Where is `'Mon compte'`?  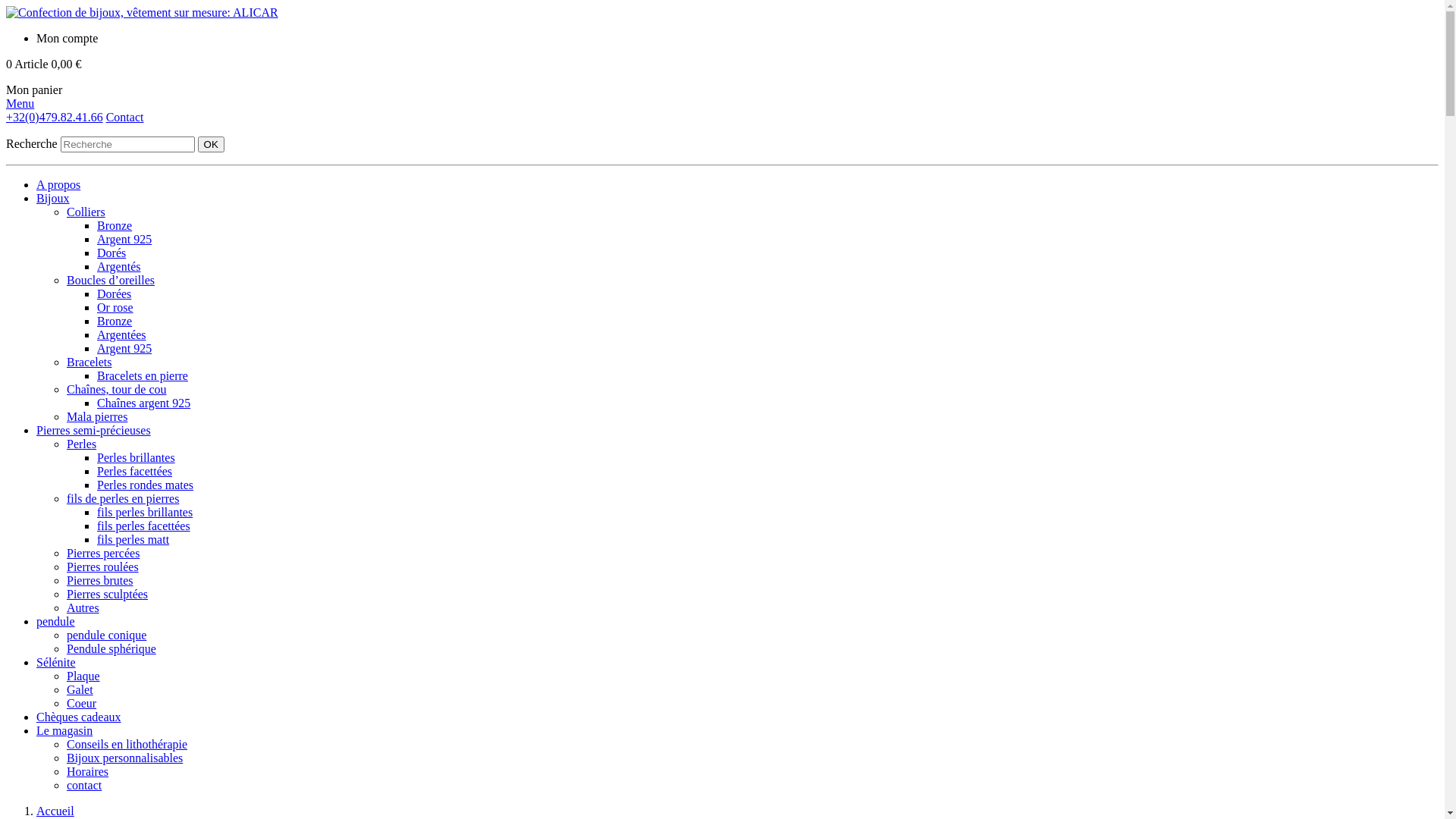
'Mon compte' is located at coordinates (36, 37).